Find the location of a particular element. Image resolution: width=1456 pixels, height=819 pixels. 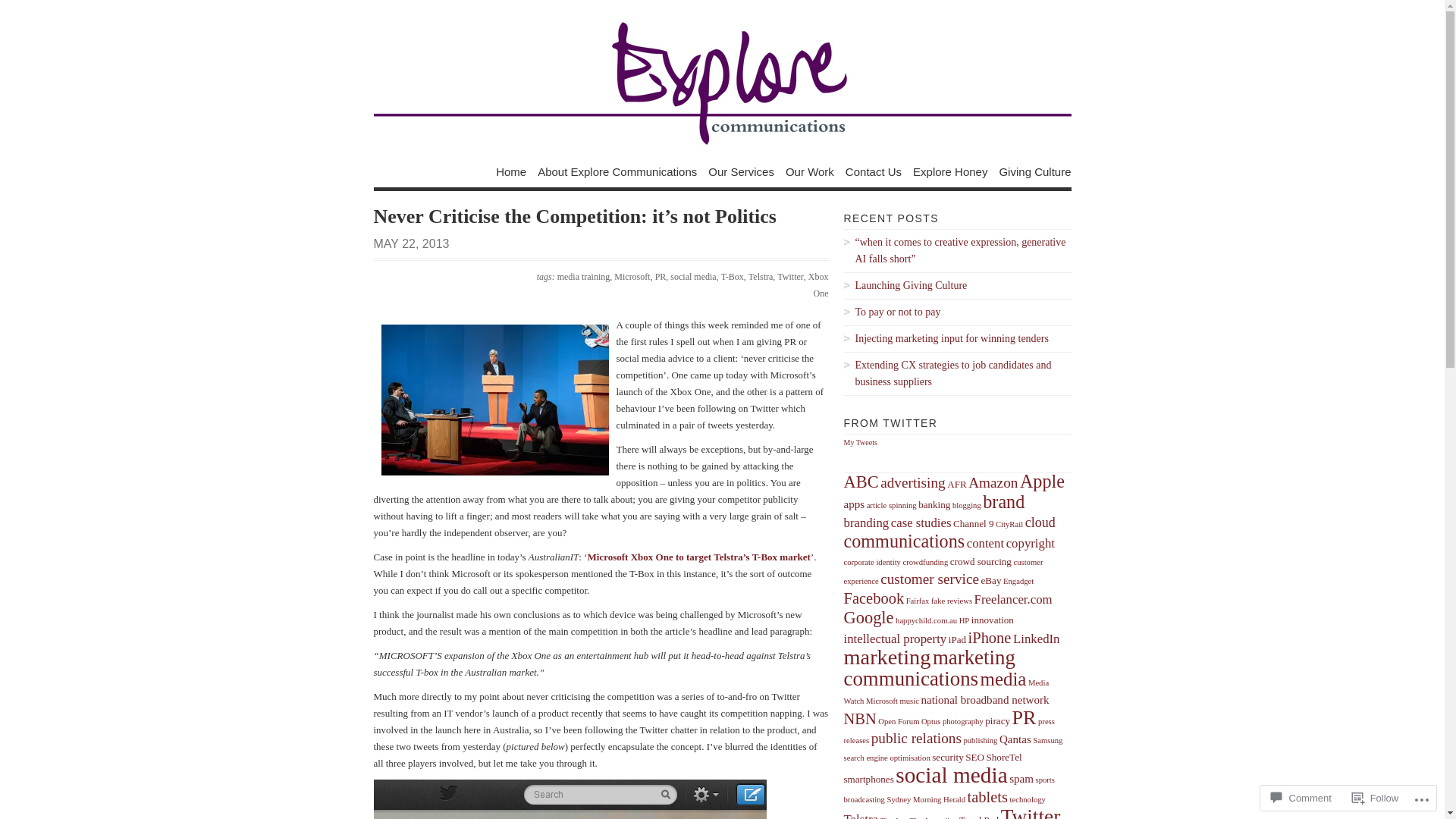

'marketing communications' is located at coordinates (927, 667).